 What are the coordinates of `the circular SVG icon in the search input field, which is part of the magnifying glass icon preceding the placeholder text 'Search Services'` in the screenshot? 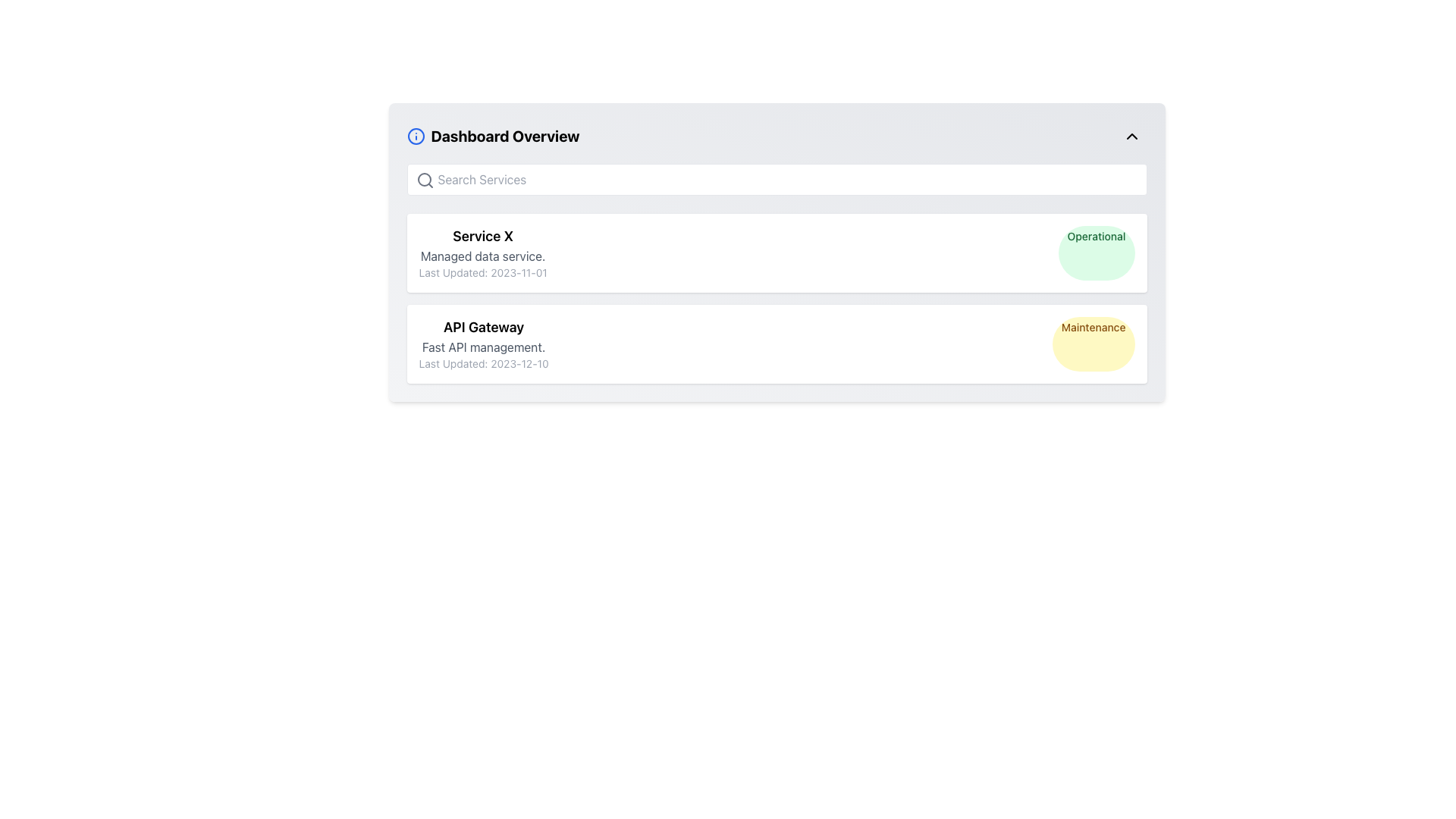 It's located at (424, 178).